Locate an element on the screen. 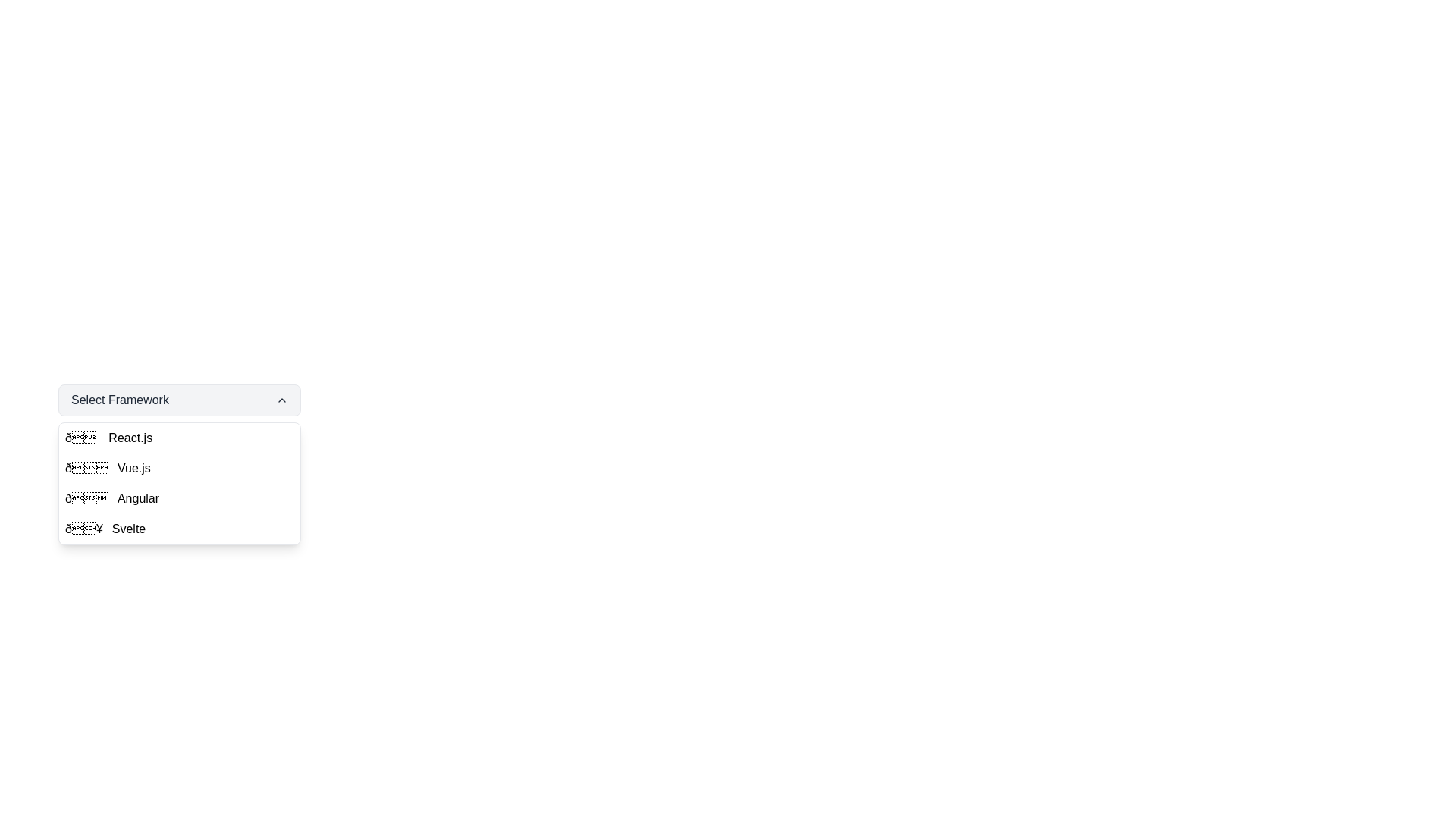 The image size is (1456, 819). the 'Angular' framework option text label within the selectable list is located at coordinates (138, 499).